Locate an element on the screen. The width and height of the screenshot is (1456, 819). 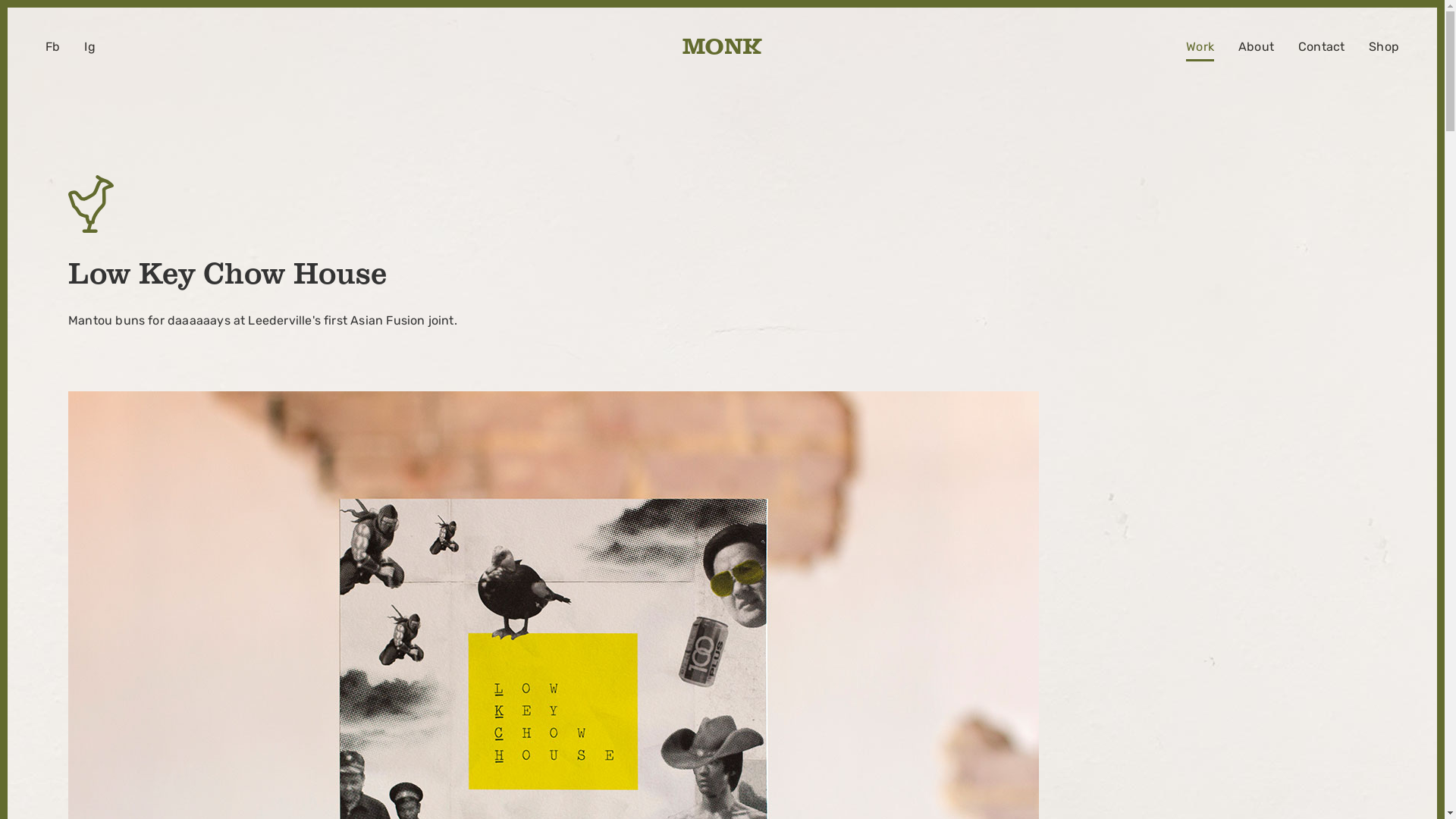
'Shop' is located at coordinates (1368, 49).